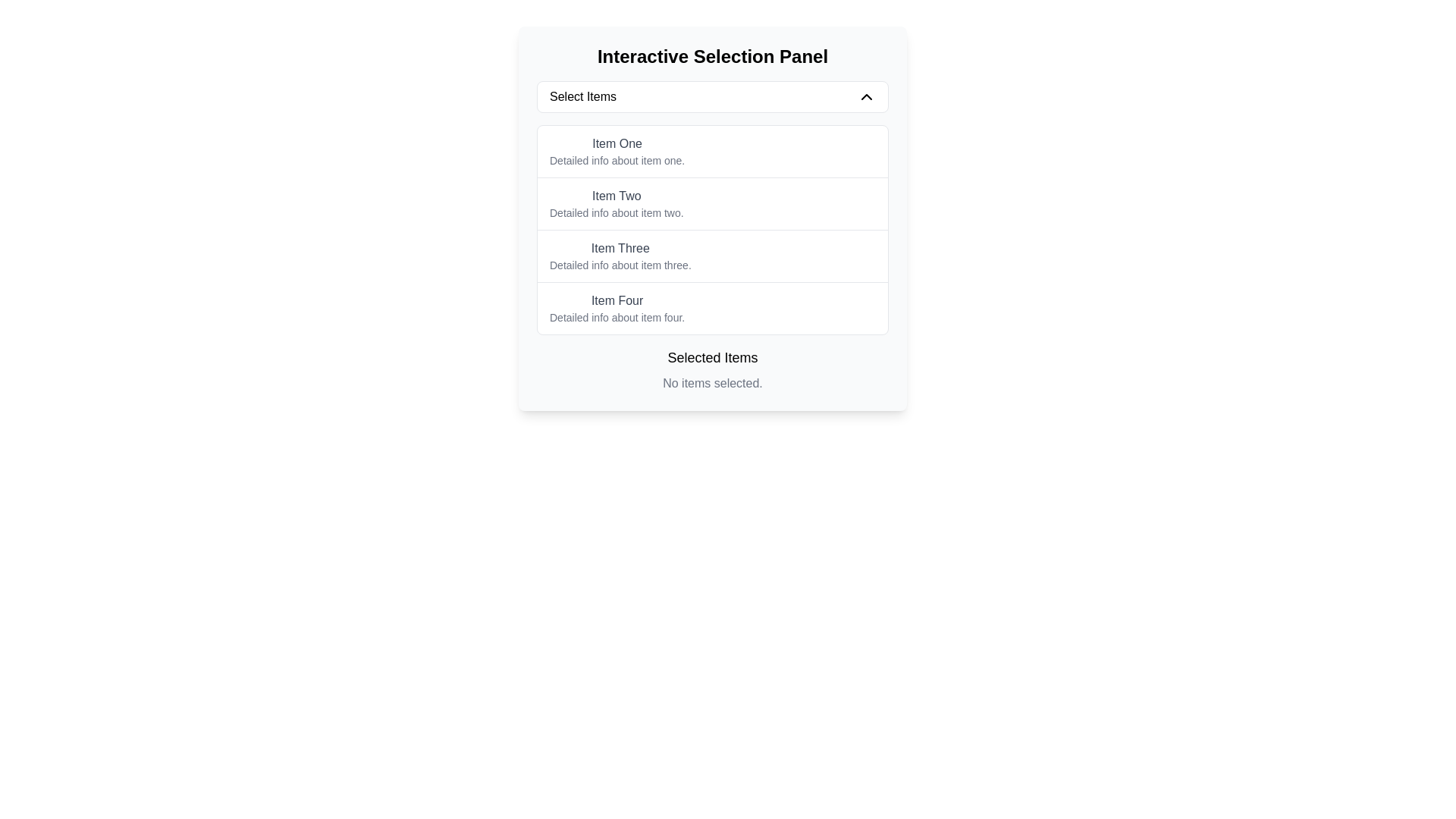 This screenshot has height=819, width=1456. I want to click on the descriptive text element styled in gray, positioned below the heading 'Item Four' and above the 'Selected Items' section, so click(617, 317).